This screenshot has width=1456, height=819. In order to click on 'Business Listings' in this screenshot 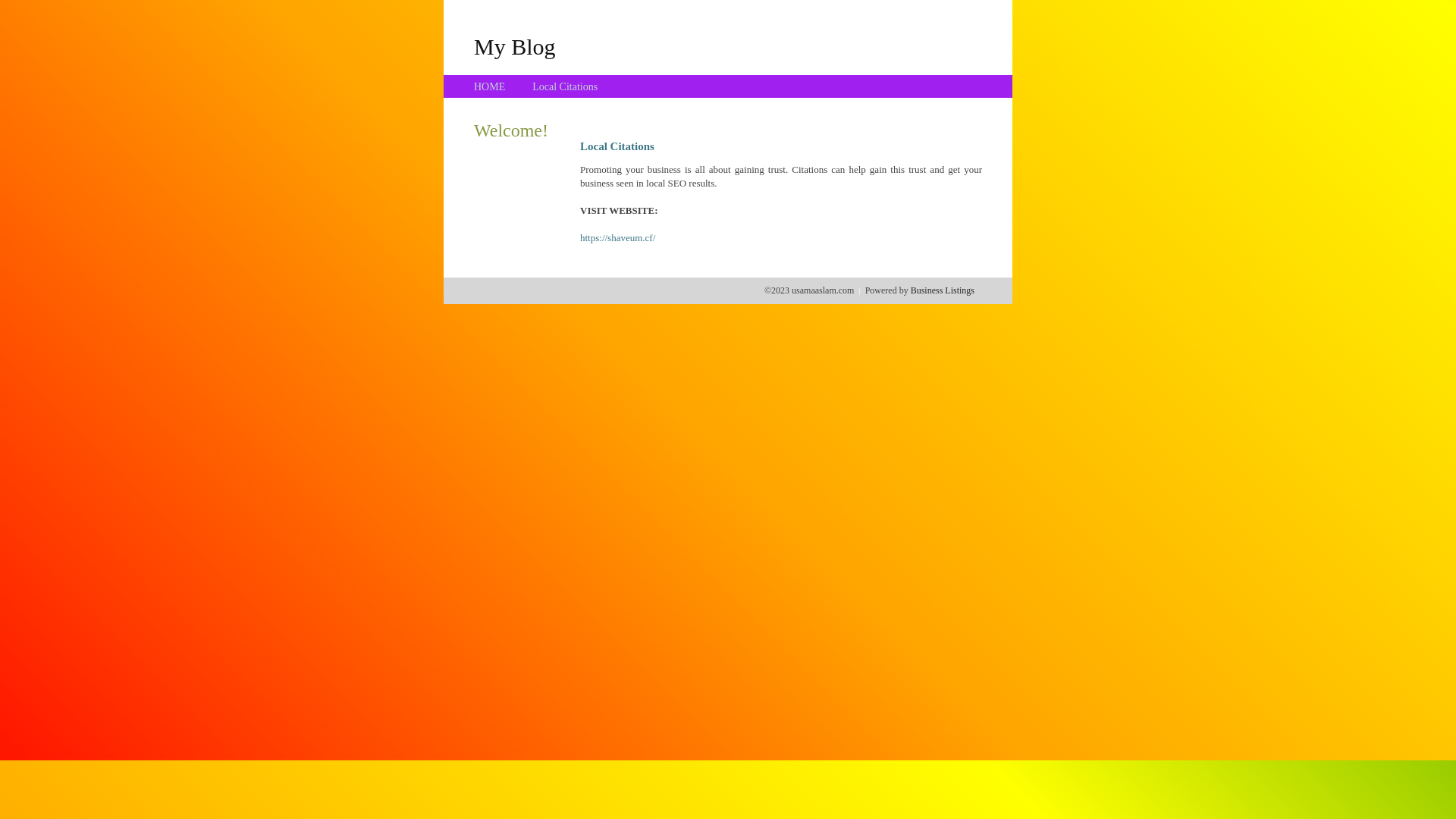, I will do `click(910, 290)`.